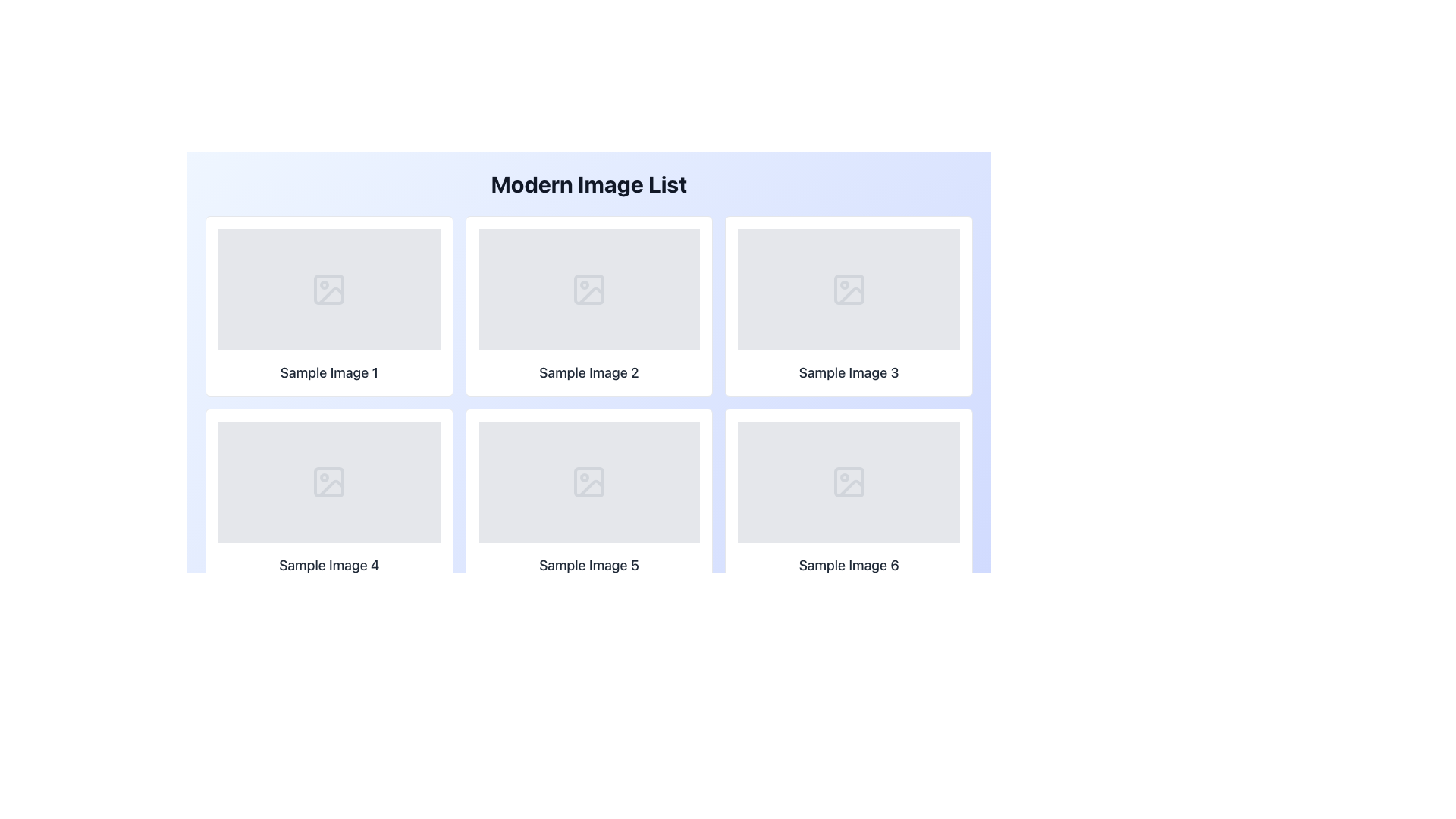 The height and width of the screenshot is (819, 1456). I want to click on the text label that reads 'Sample Image 3', which is styled in medium font size and dark gray color, located below a rectangular placeholder image in the second row of a grid layout, so click(848, 373).